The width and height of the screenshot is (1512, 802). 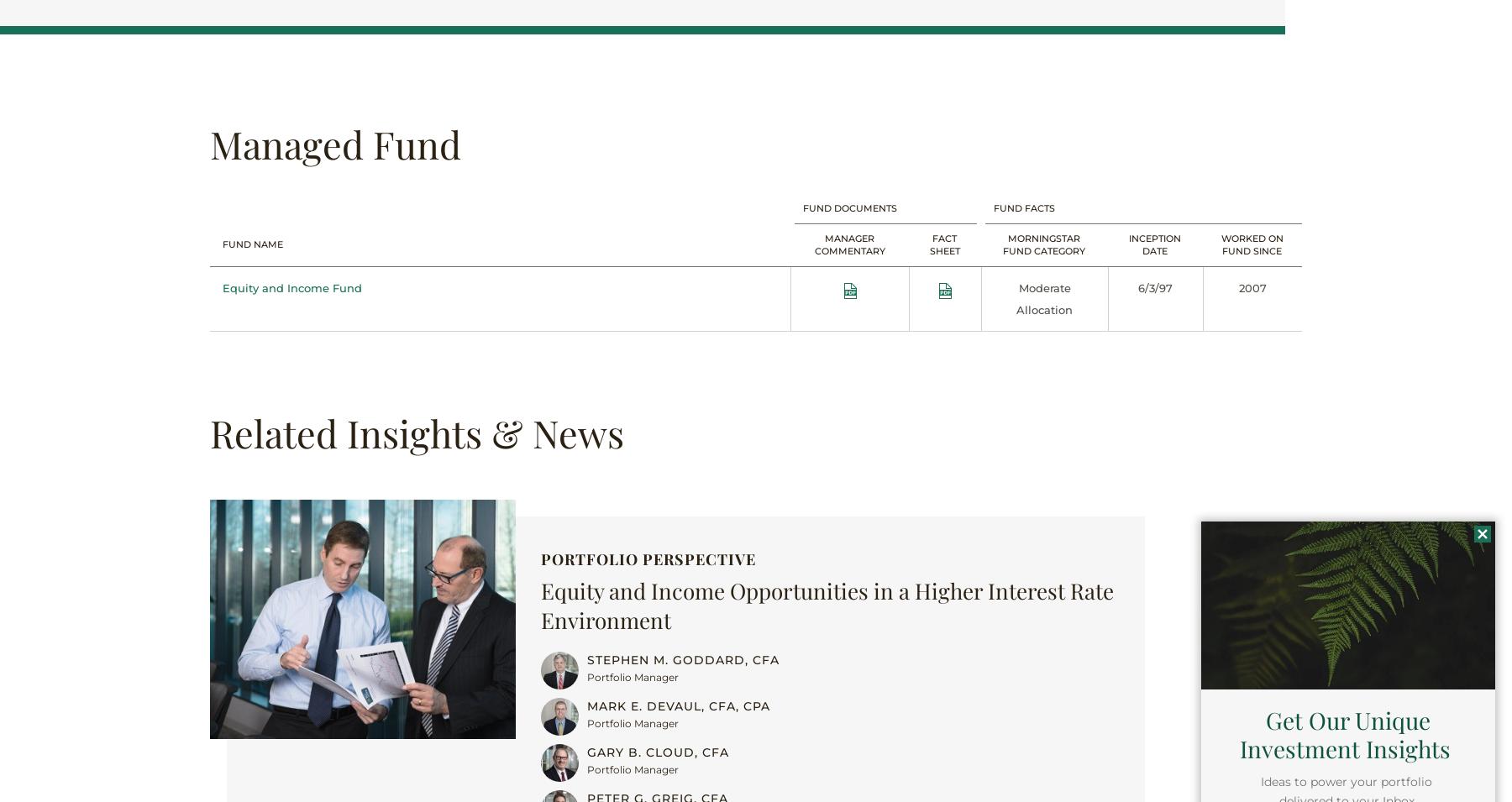 I want to click on 'Stephen M. Goddard, CFA', so click(x=585, y=658).